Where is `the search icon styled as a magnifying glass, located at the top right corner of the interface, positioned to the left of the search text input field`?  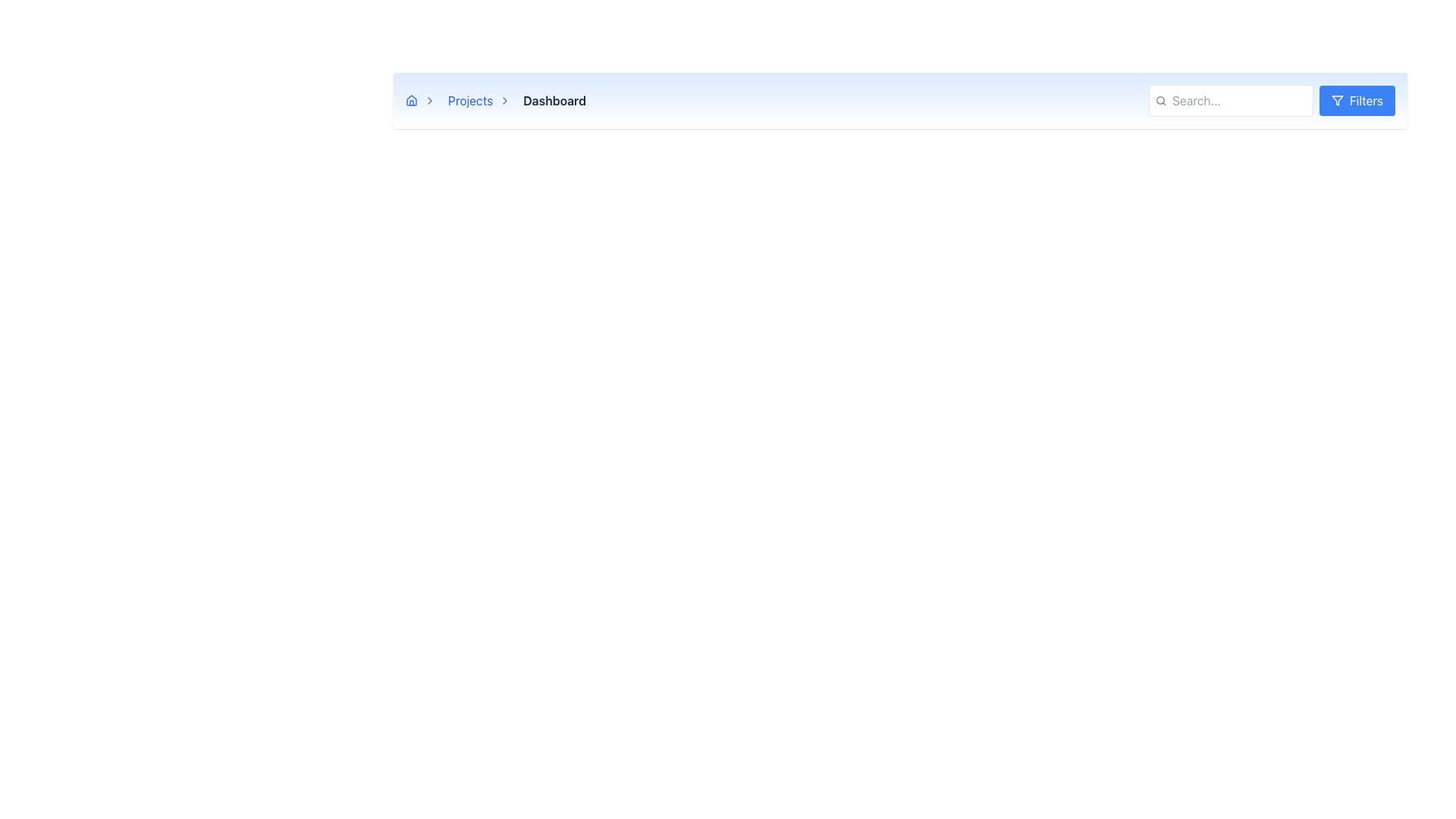 the search icon styled as a magnifying glass, located at the top right corner of the interface, positioned to the left of the search text input field is located at coordinates (1160, 100).